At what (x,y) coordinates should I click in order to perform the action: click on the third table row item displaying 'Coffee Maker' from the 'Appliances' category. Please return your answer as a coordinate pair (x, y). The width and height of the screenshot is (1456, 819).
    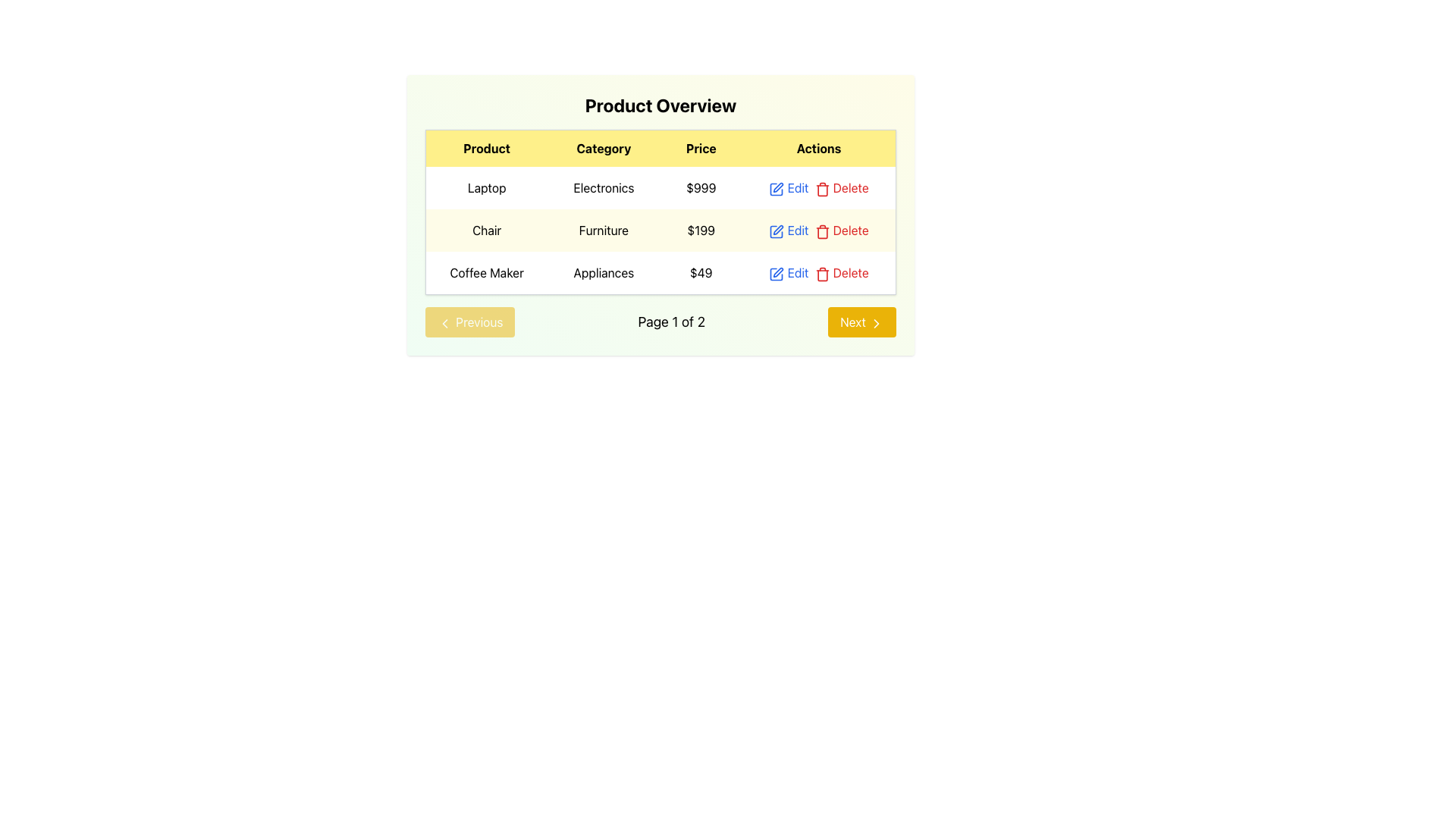
    Looking at the image, I should click on (661, 273).